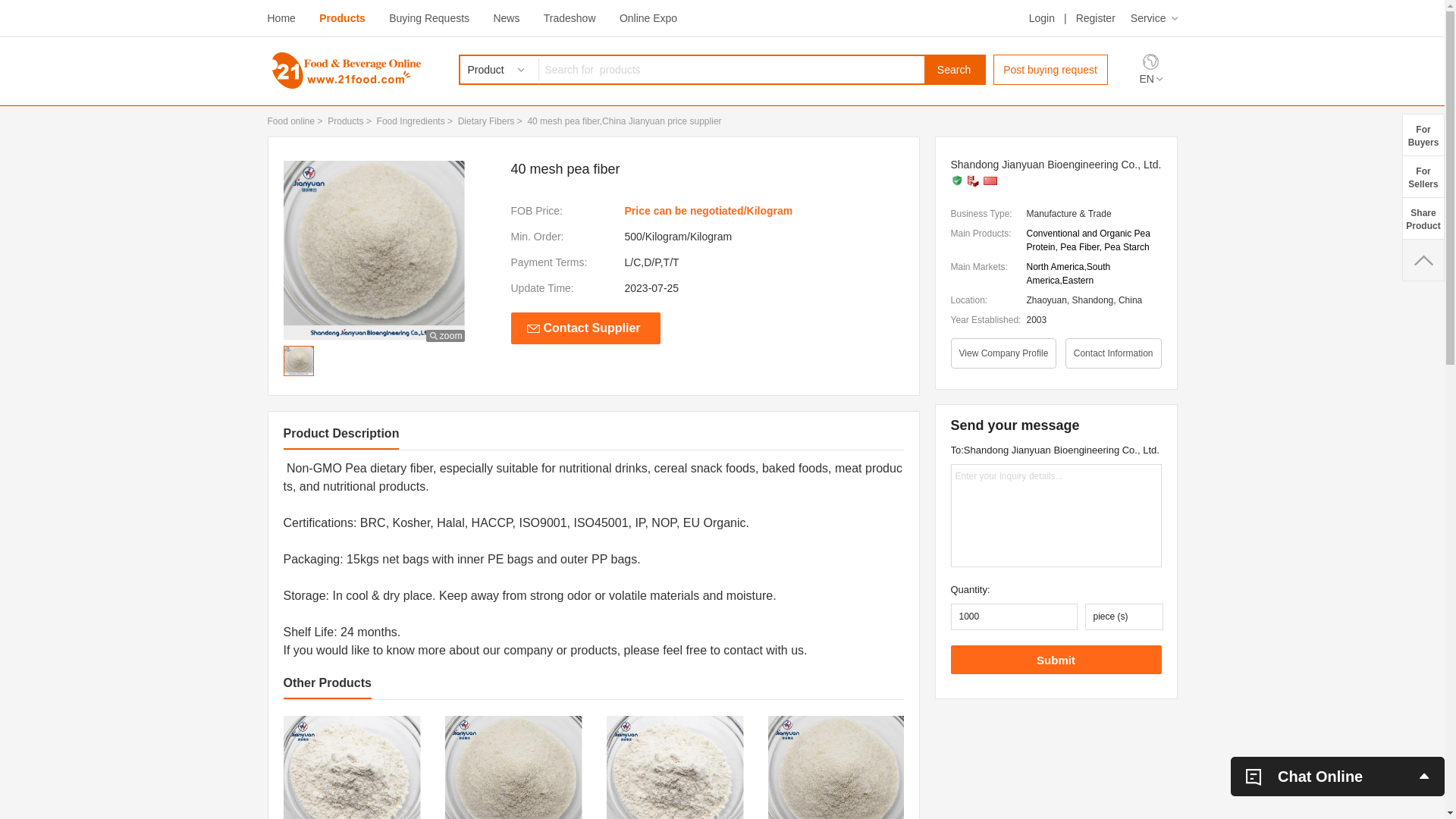  Describe the element at coordinates (952, 70) in the screenshot. I see `'Search'` at that location.